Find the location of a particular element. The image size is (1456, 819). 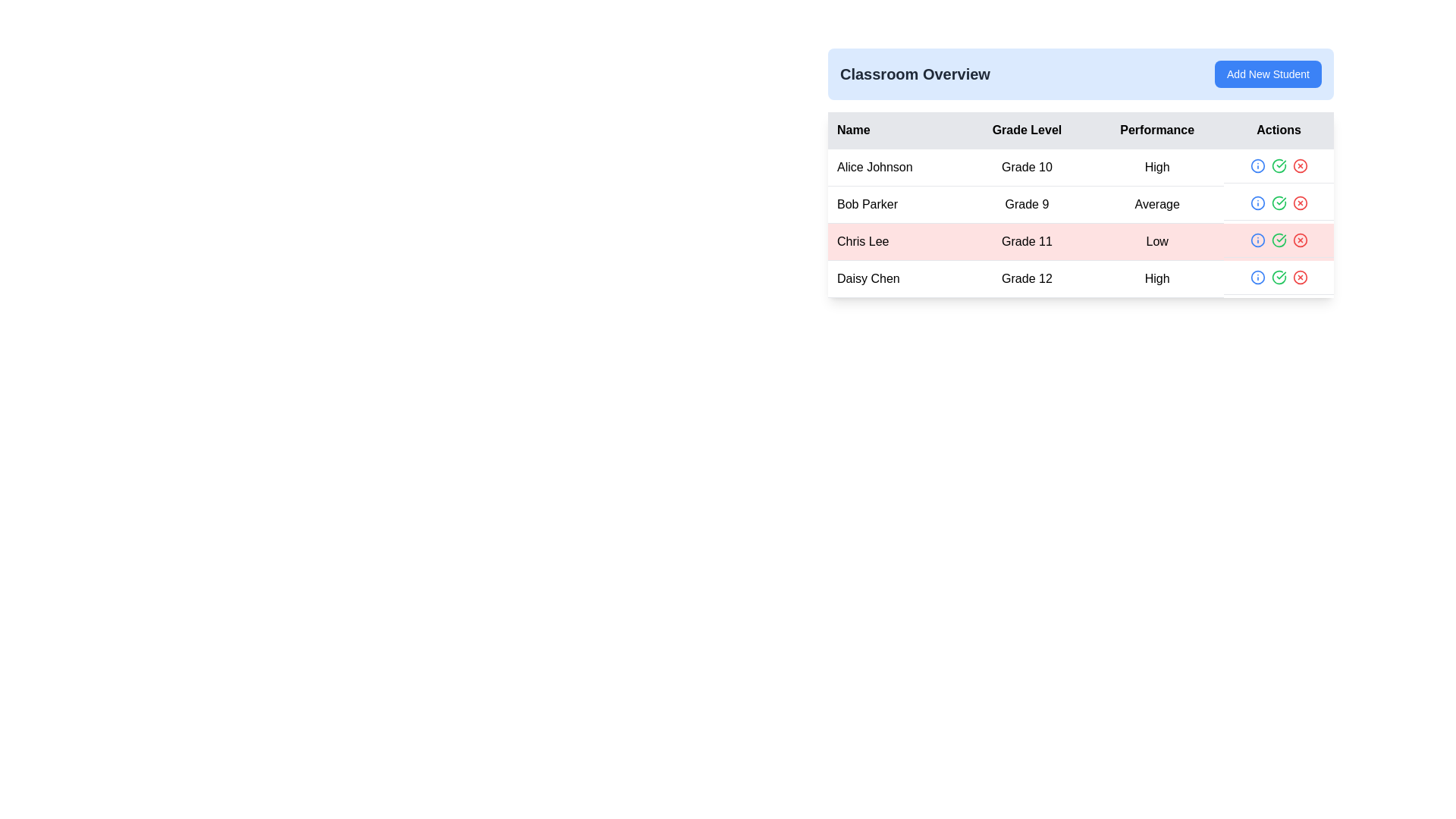

the text label 'High' in black font located in the third column of the last row in the 'Classroom Overview' table is located at coordinates (1156, 278).